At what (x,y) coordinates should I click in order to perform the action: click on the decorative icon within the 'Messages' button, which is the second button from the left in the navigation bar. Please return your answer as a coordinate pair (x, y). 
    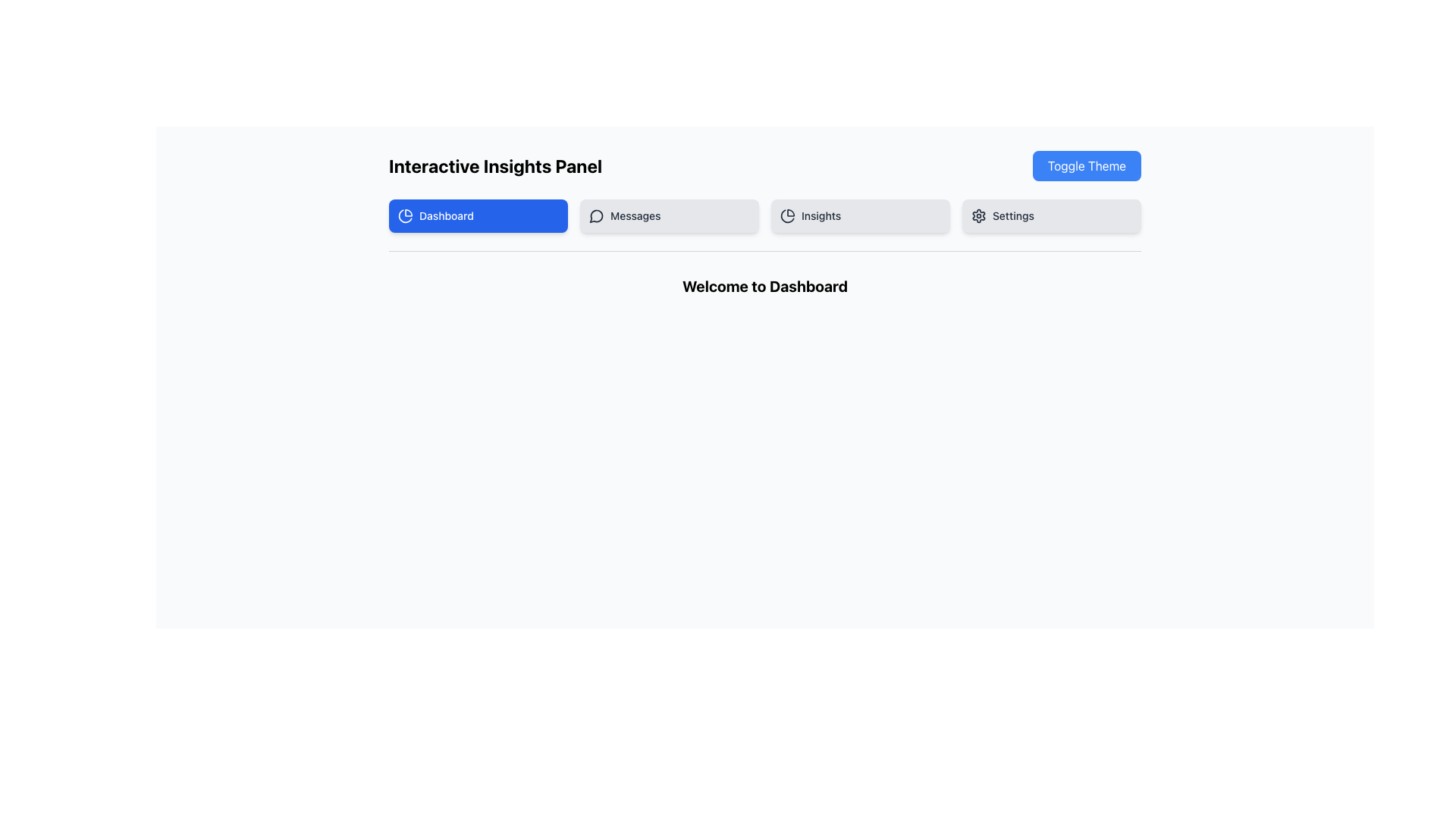
    Looking at the image, I should click on (596, 216).